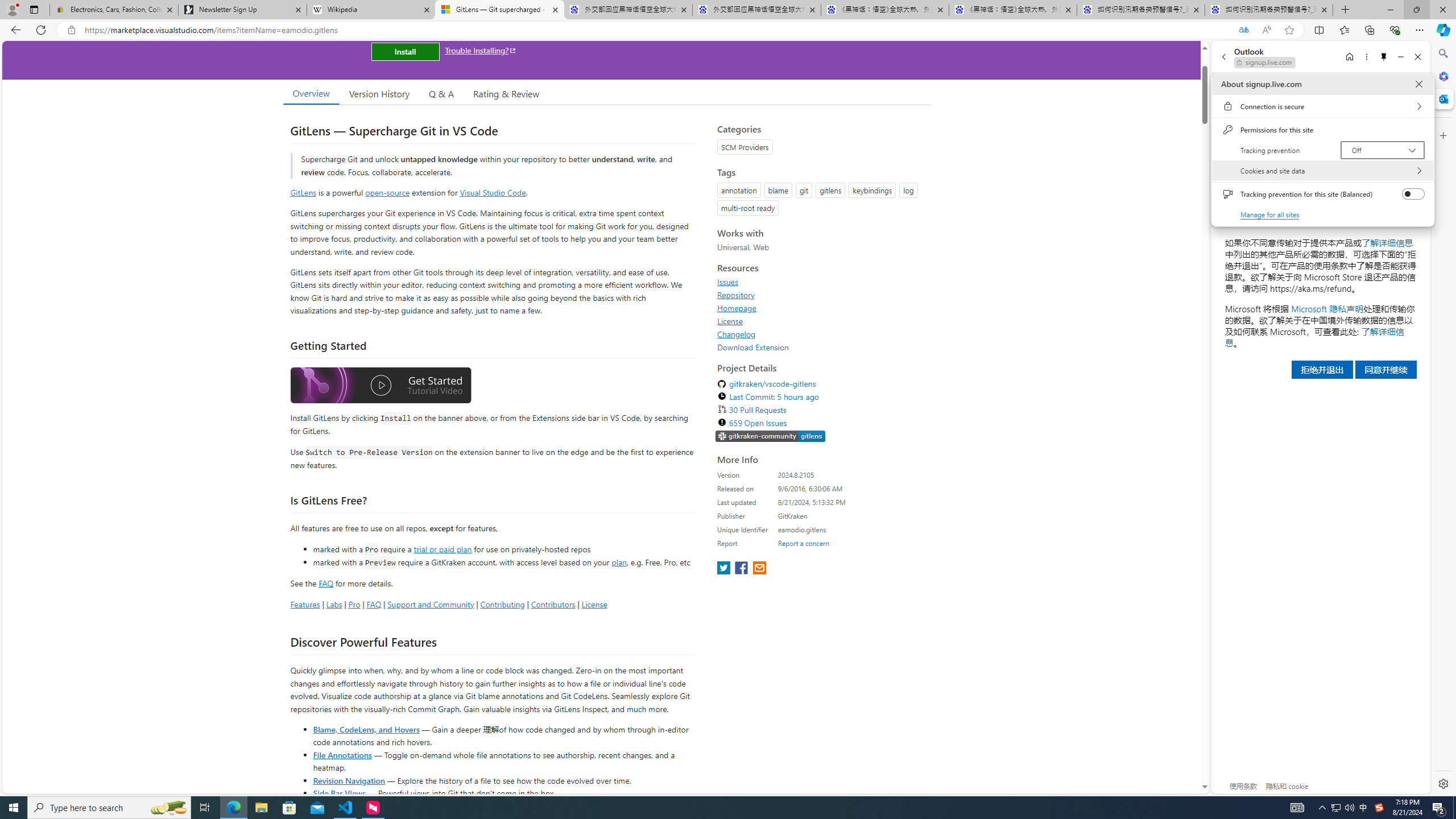 The height and width of the screenshot is (819, 1456). Describe the element at coordinates (260, 806) in the screenshot. I see `'File Explorer'` at that location.